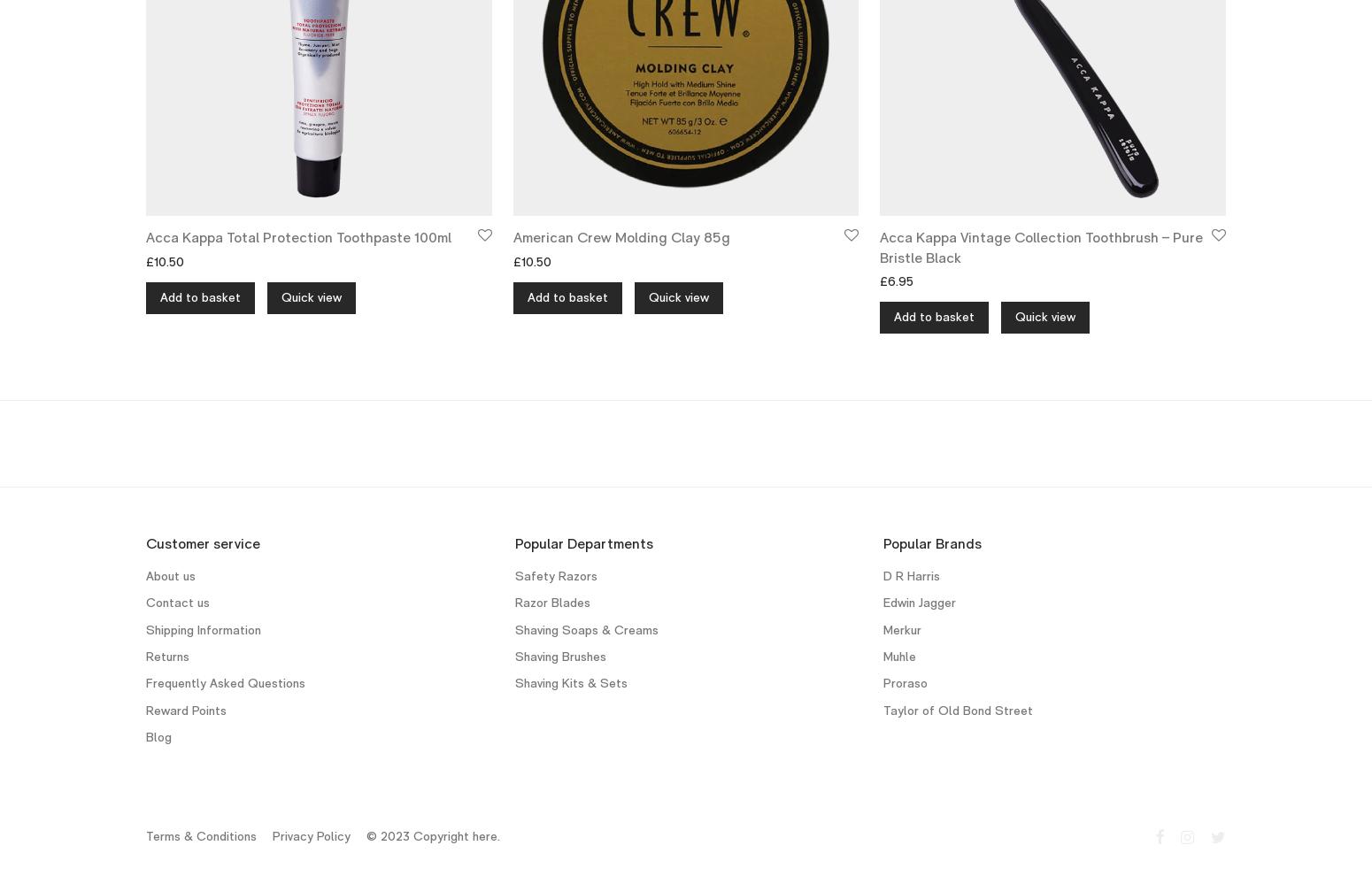 The image size is (1372, 876). I want to click on 'Popular Brands', so click(932, 542).